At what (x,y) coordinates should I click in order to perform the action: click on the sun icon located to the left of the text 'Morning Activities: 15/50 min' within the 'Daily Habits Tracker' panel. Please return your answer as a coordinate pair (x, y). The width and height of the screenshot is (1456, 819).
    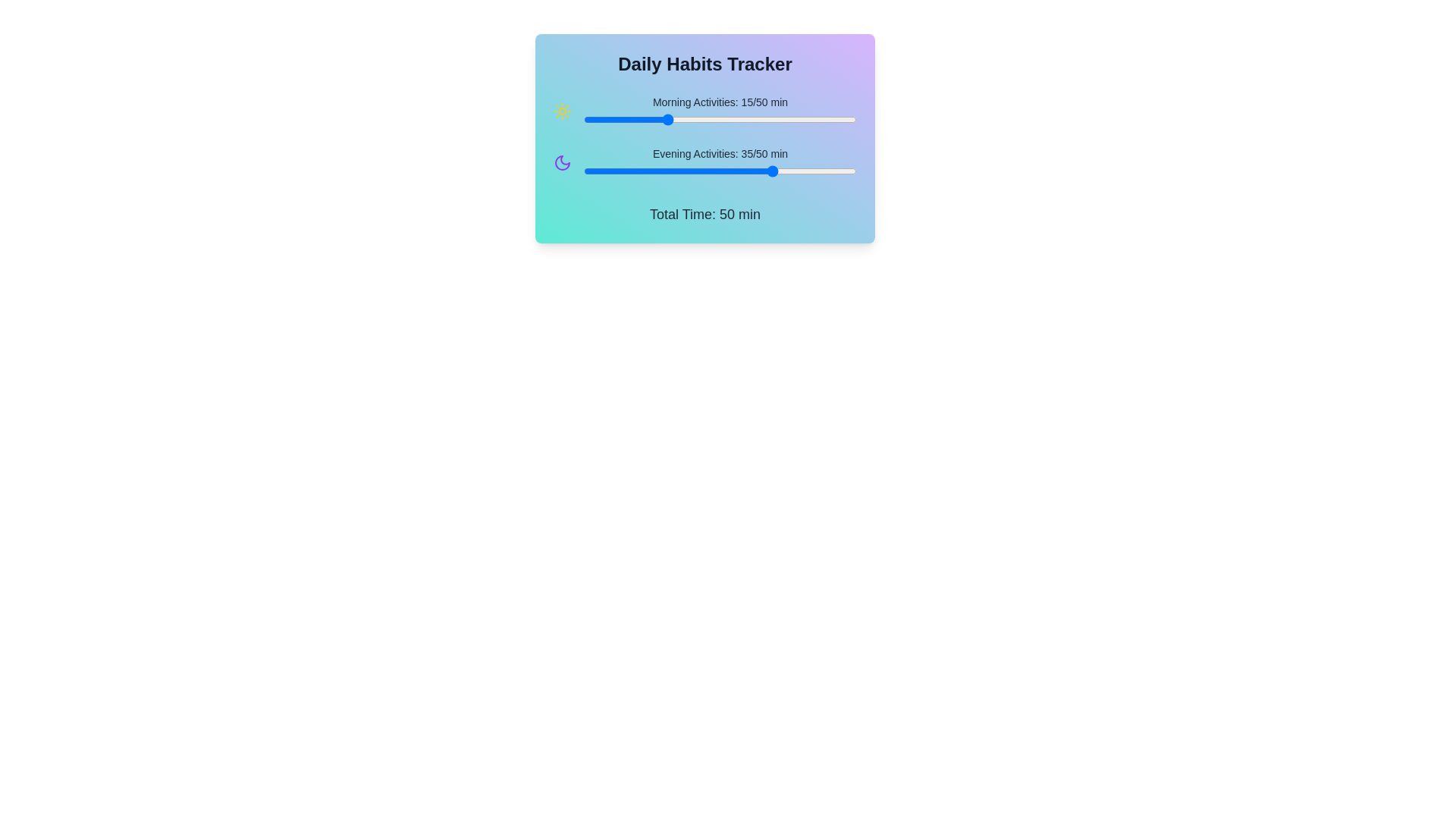
    Looking at the image, I should click on (562, 110).